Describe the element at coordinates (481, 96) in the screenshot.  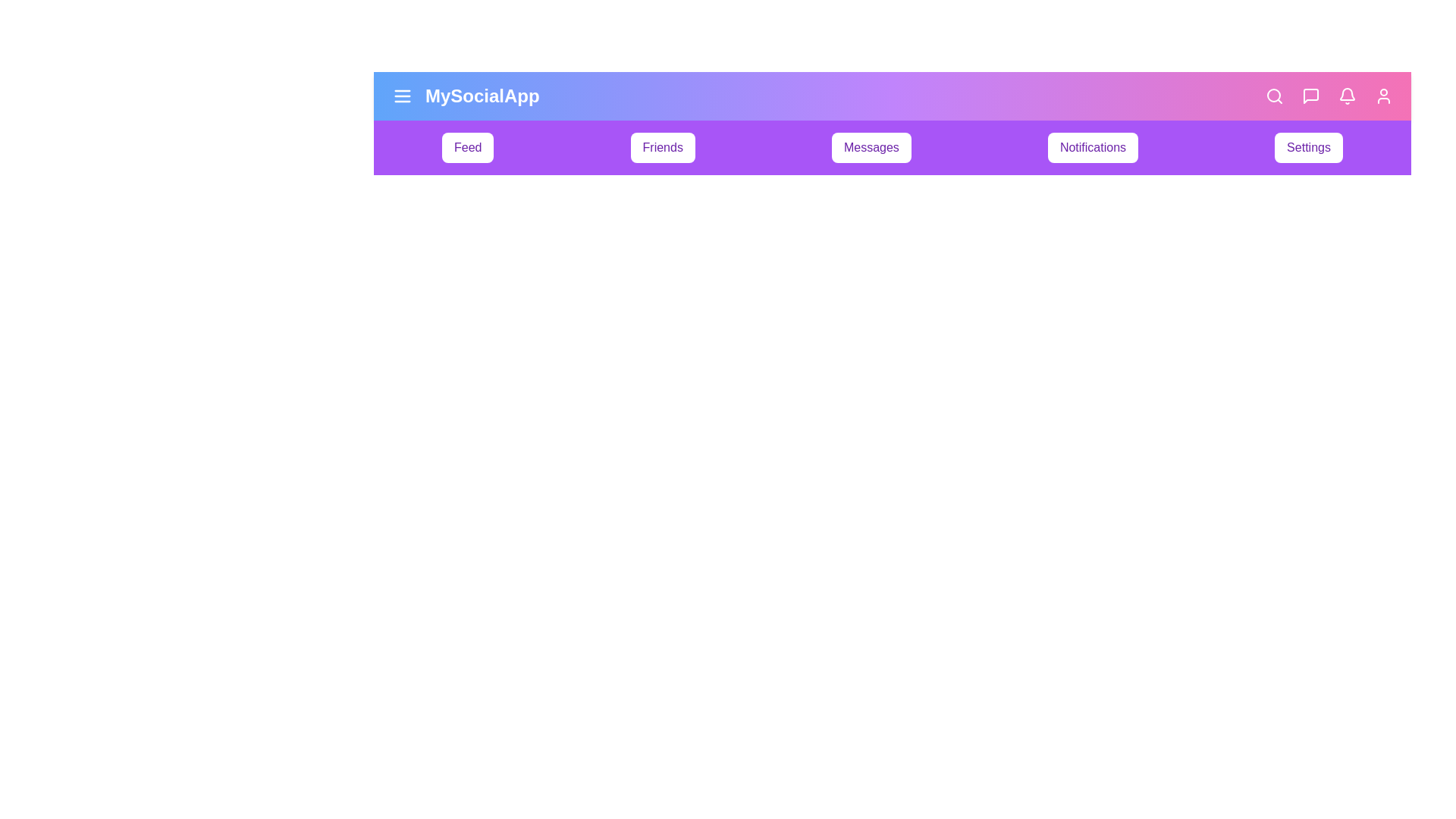
I see `the application title text 'MySocialApp'` at that location.